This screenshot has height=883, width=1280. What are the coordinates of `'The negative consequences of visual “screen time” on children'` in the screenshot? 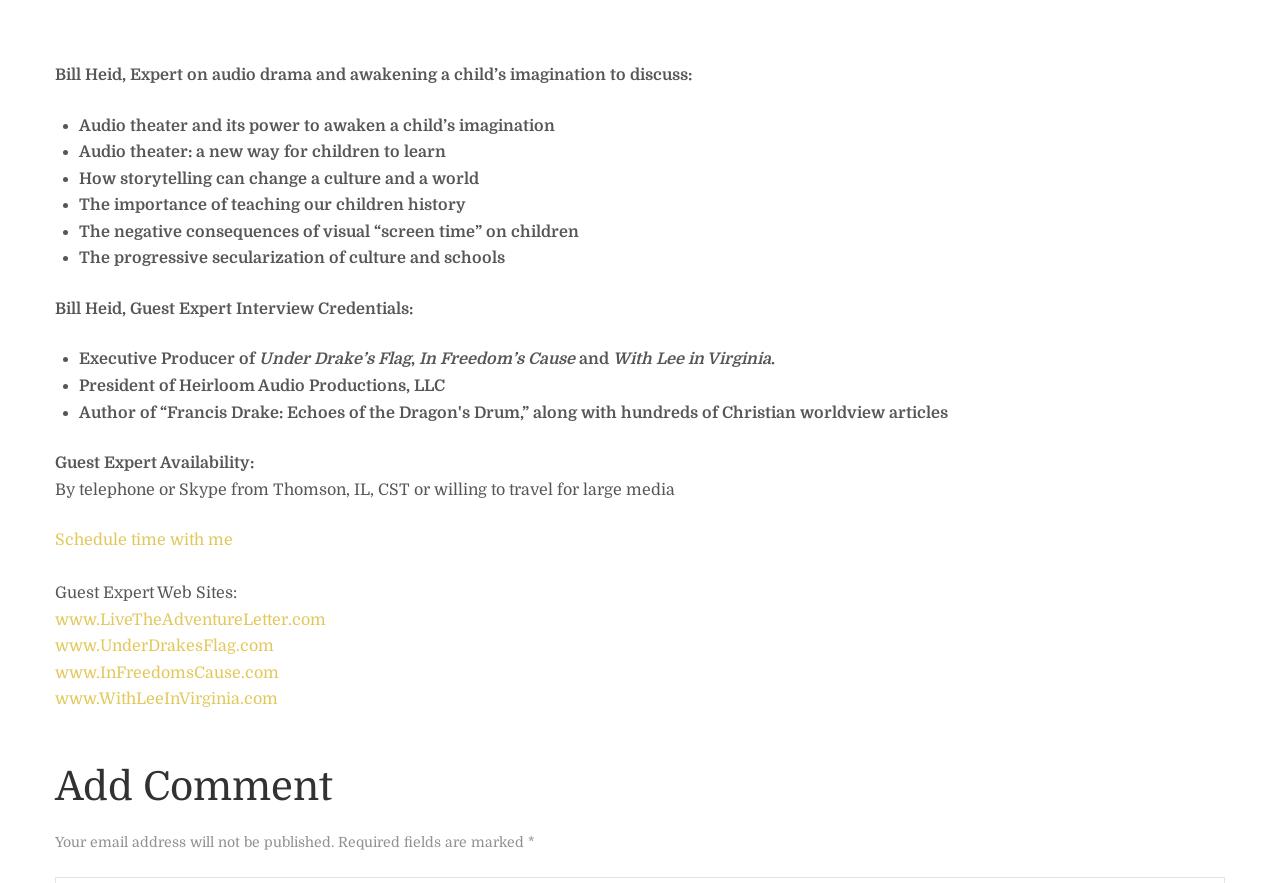 It's located at (78, 230).